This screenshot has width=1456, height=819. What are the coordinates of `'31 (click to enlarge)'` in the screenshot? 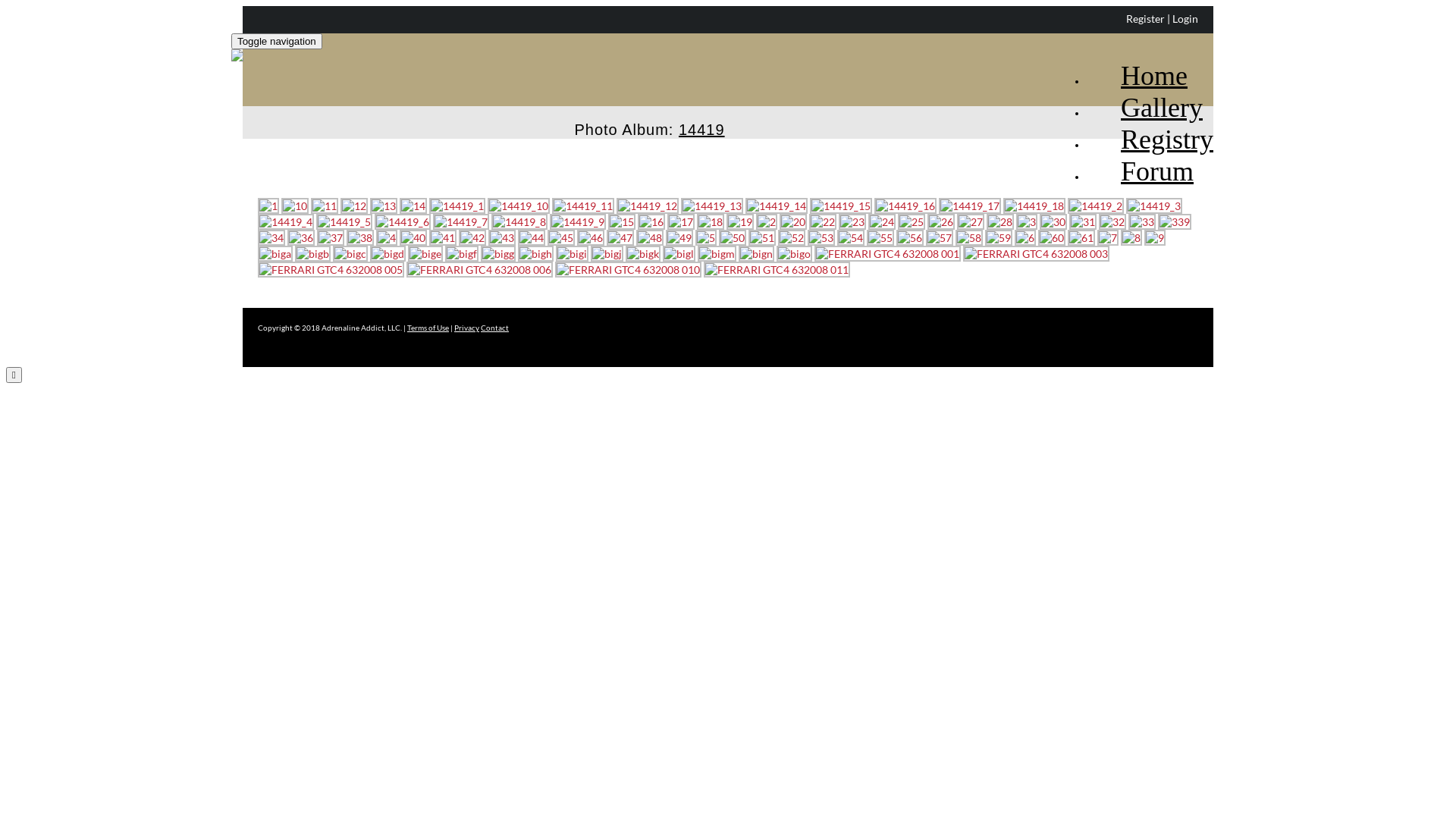 It's located at (1082, 221).